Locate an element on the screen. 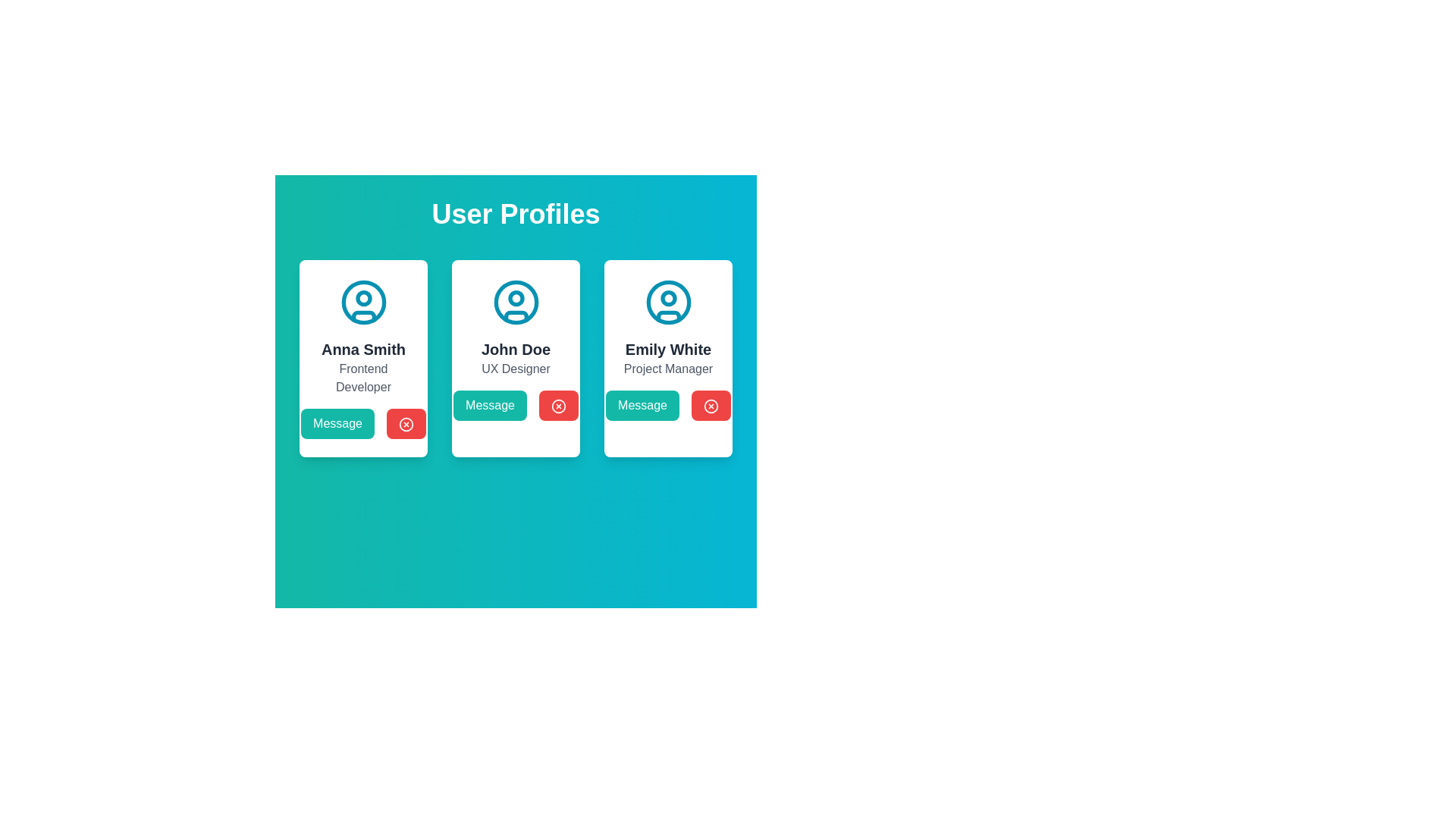 The image size is (1456, 819). the small circular visual component located in the top half of the avatar icon in the center user card is located at coordinates (516, 298).